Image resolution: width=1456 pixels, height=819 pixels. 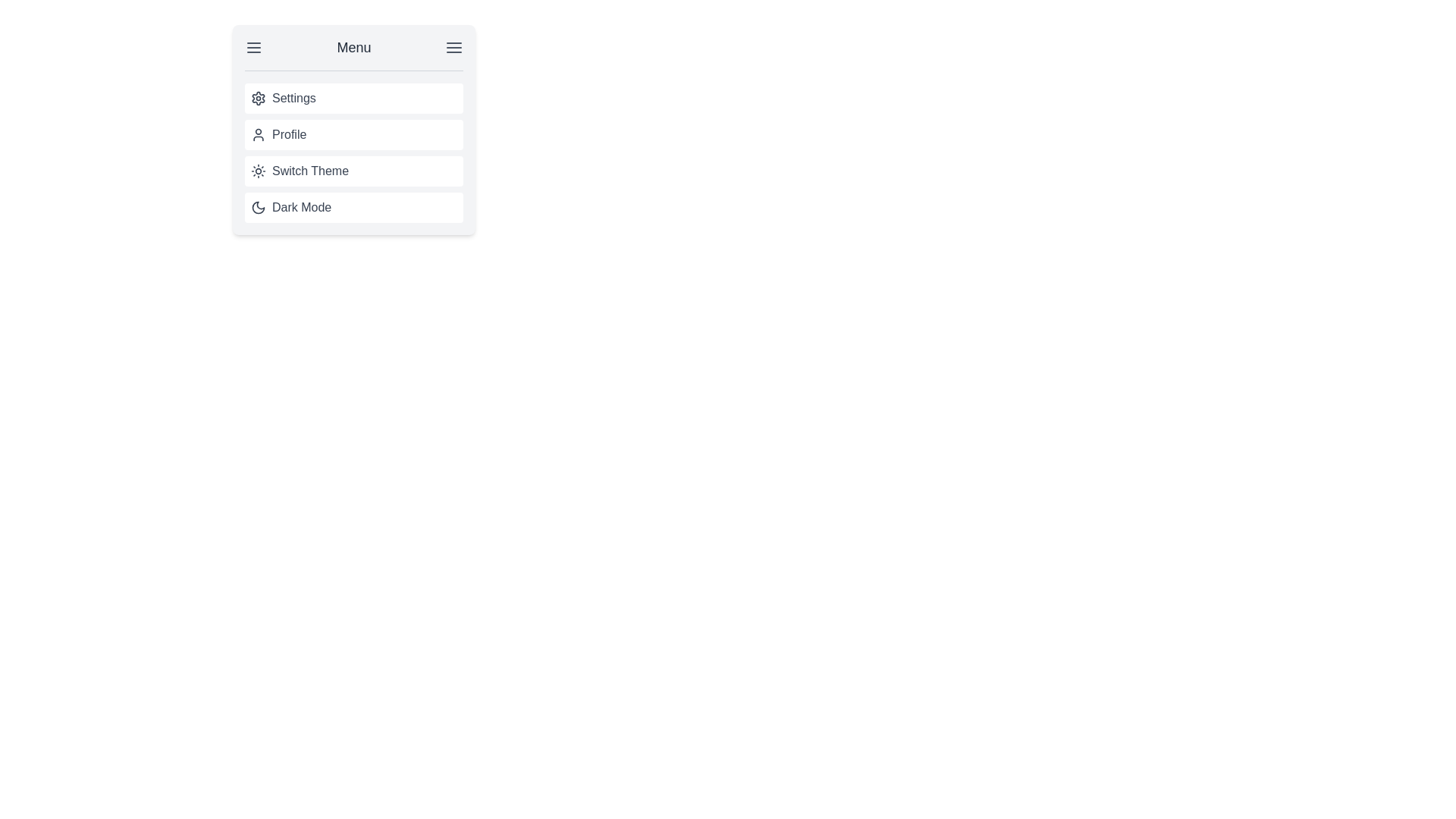 I want to click on the theme toggle button located between the 'Profile' and 'Dark Mode' items in the menu to switch the theme, so click(x=353, y=171).